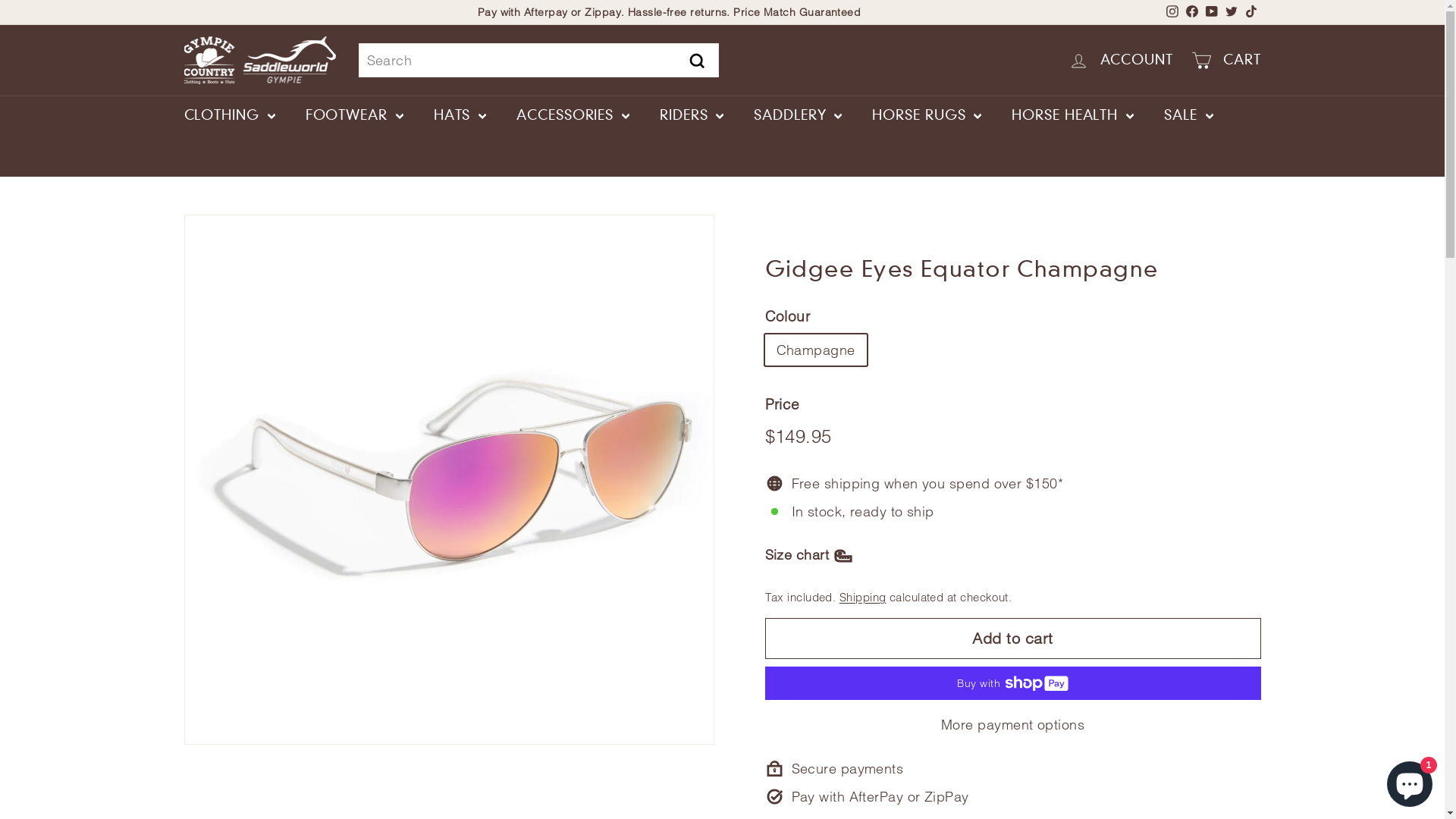  Describe the element at coordinates (1226, 59) in the screenshot. I see `'CART'` at that location.